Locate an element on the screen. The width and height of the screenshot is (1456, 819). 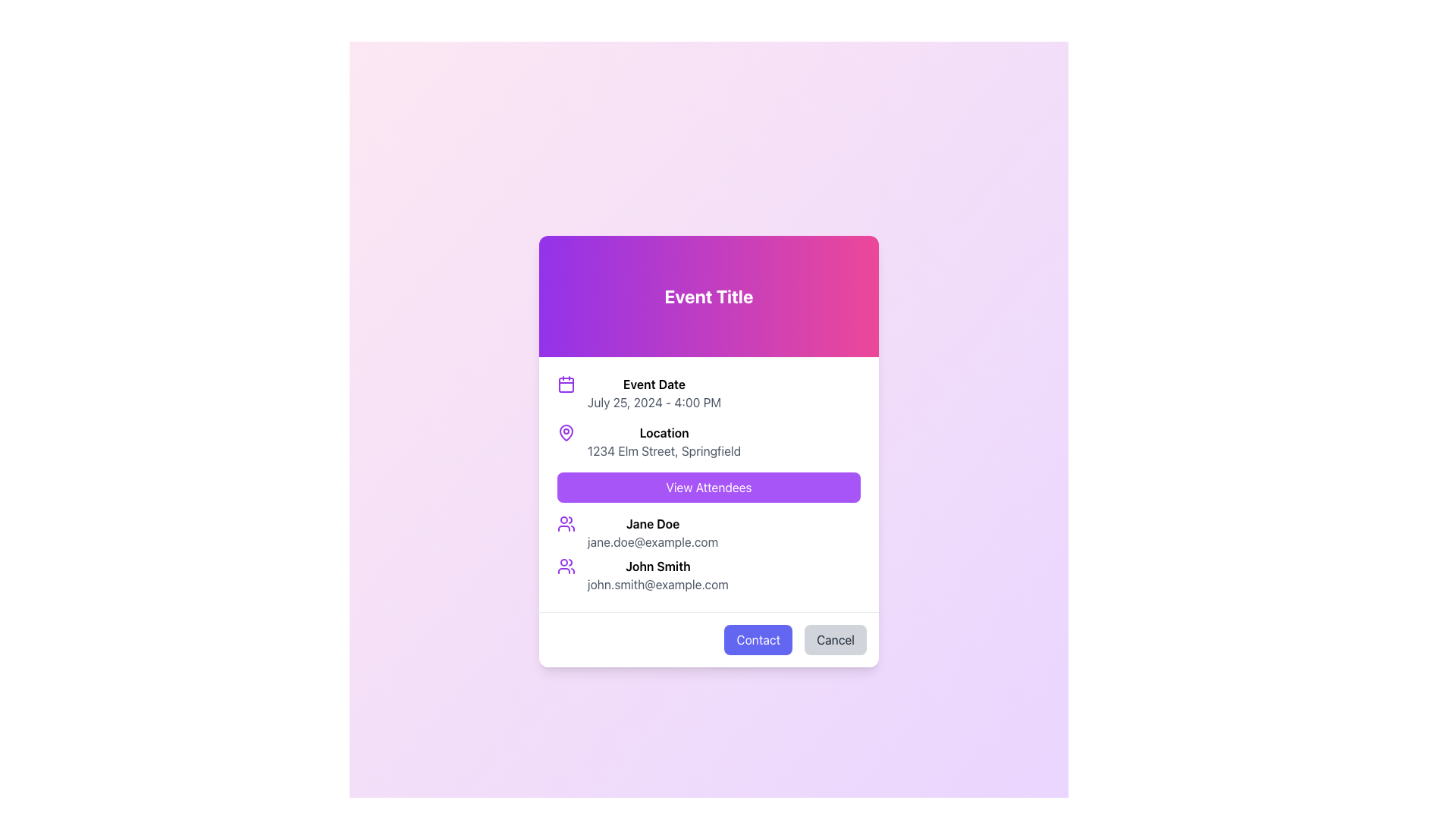
the 'Contact' button located at the bottom of the card layout, which is the last element below the event attendees section, to initiate communication is located at coordinates (708, 639).